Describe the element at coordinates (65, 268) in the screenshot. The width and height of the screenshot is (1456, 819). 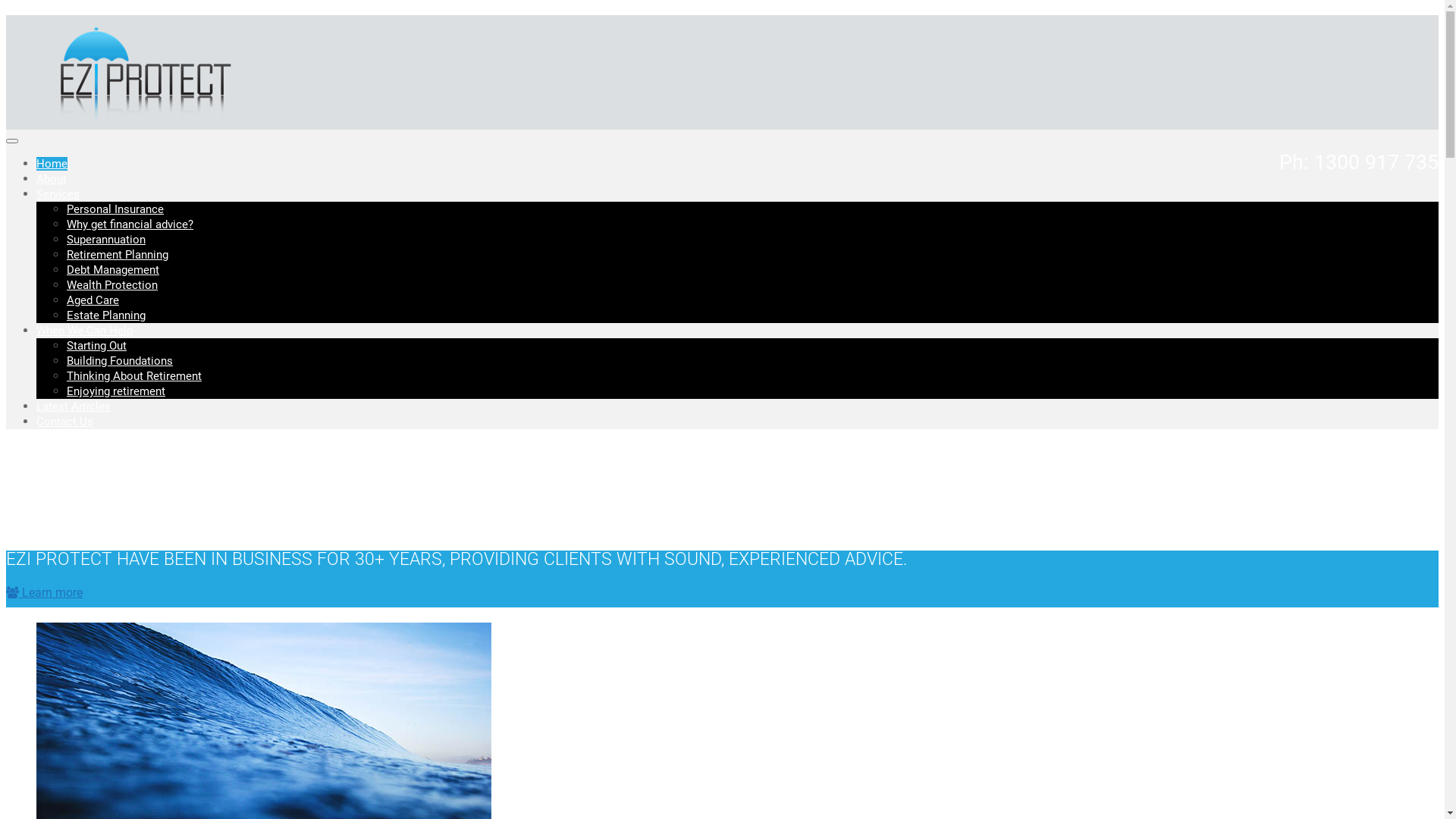
I see `'Debt Management'` at that location.